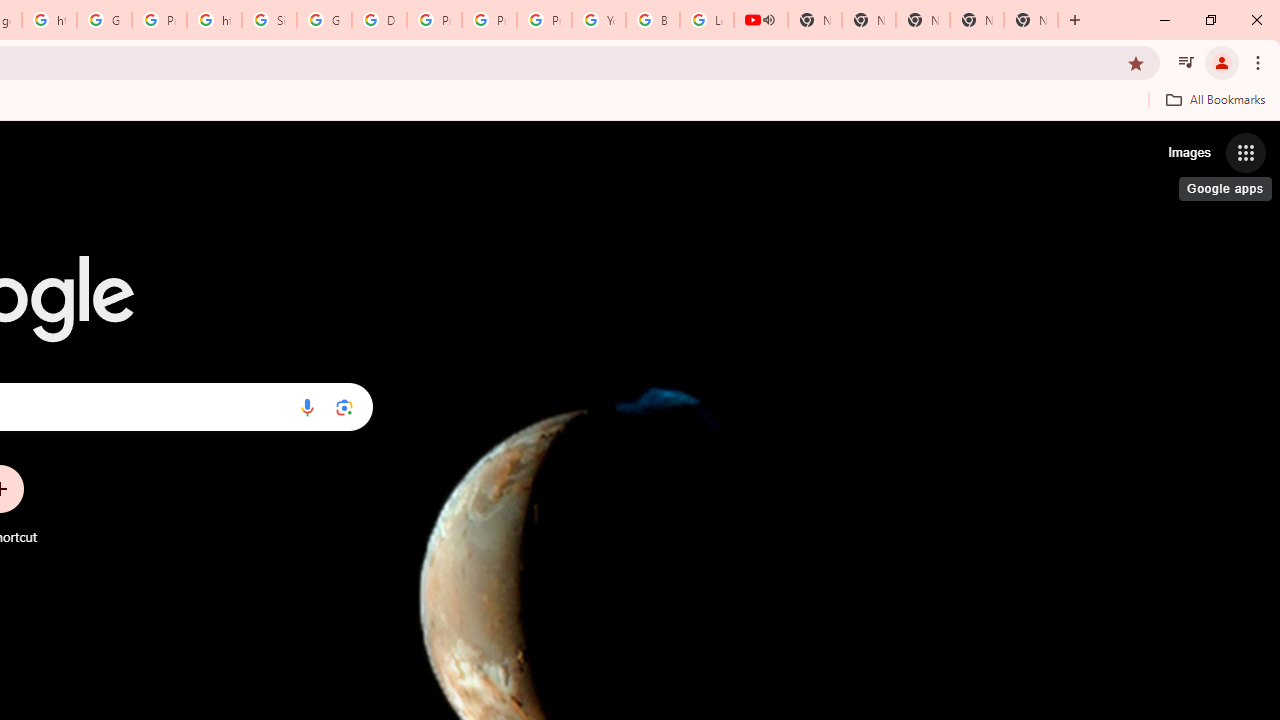 The image size is (1280, 720). Describe the element at coordinates (1220, 61) in the screenshot. I see `'You'` at that location.